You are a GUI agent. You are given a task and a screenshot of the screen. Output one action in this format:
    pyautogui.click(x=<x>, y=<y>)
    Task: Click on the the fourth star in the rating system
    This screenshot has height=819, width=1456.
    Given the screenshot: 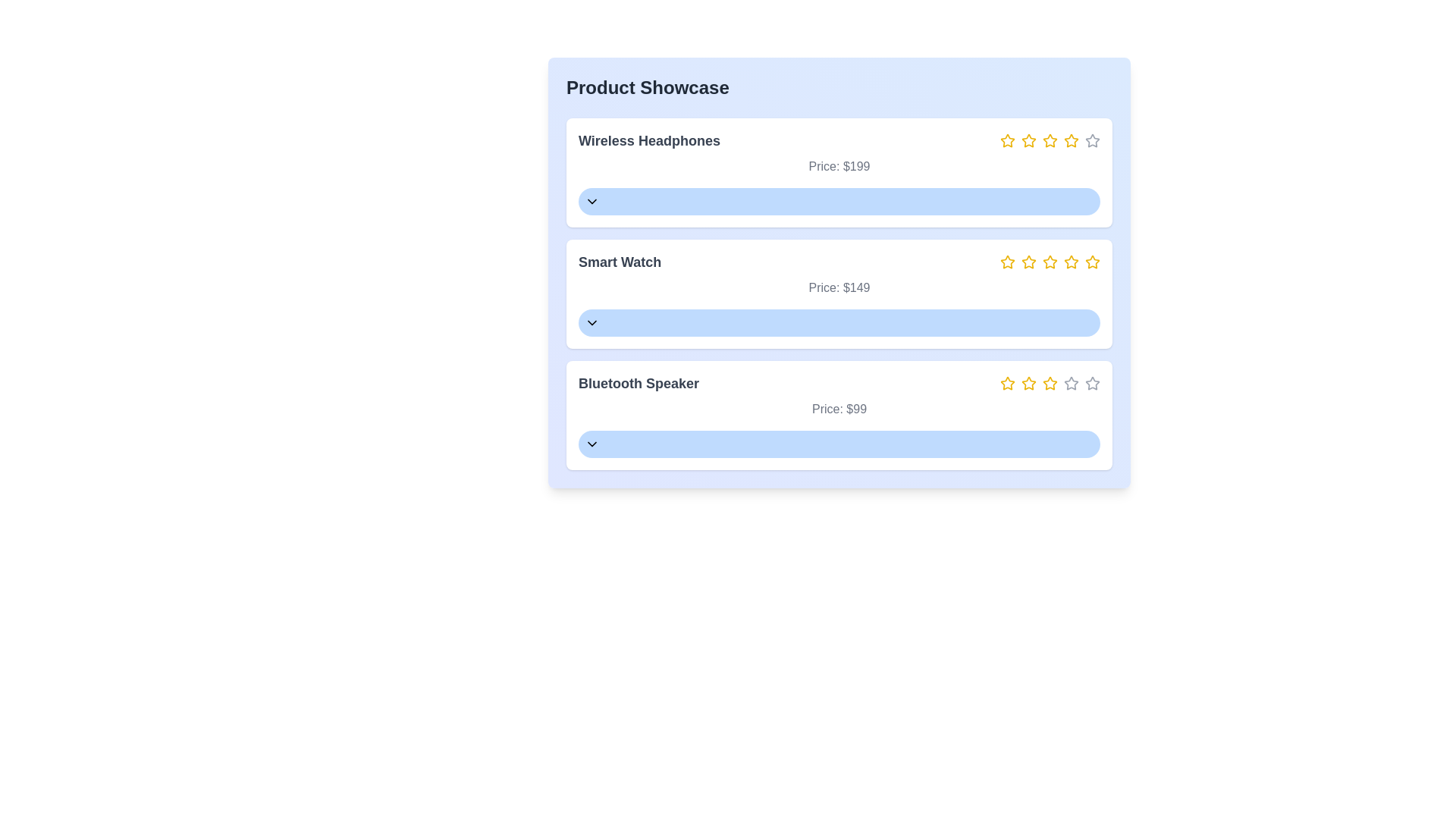 What is the action you would take?
    pyautogui.click(x=1050, y=140)
    